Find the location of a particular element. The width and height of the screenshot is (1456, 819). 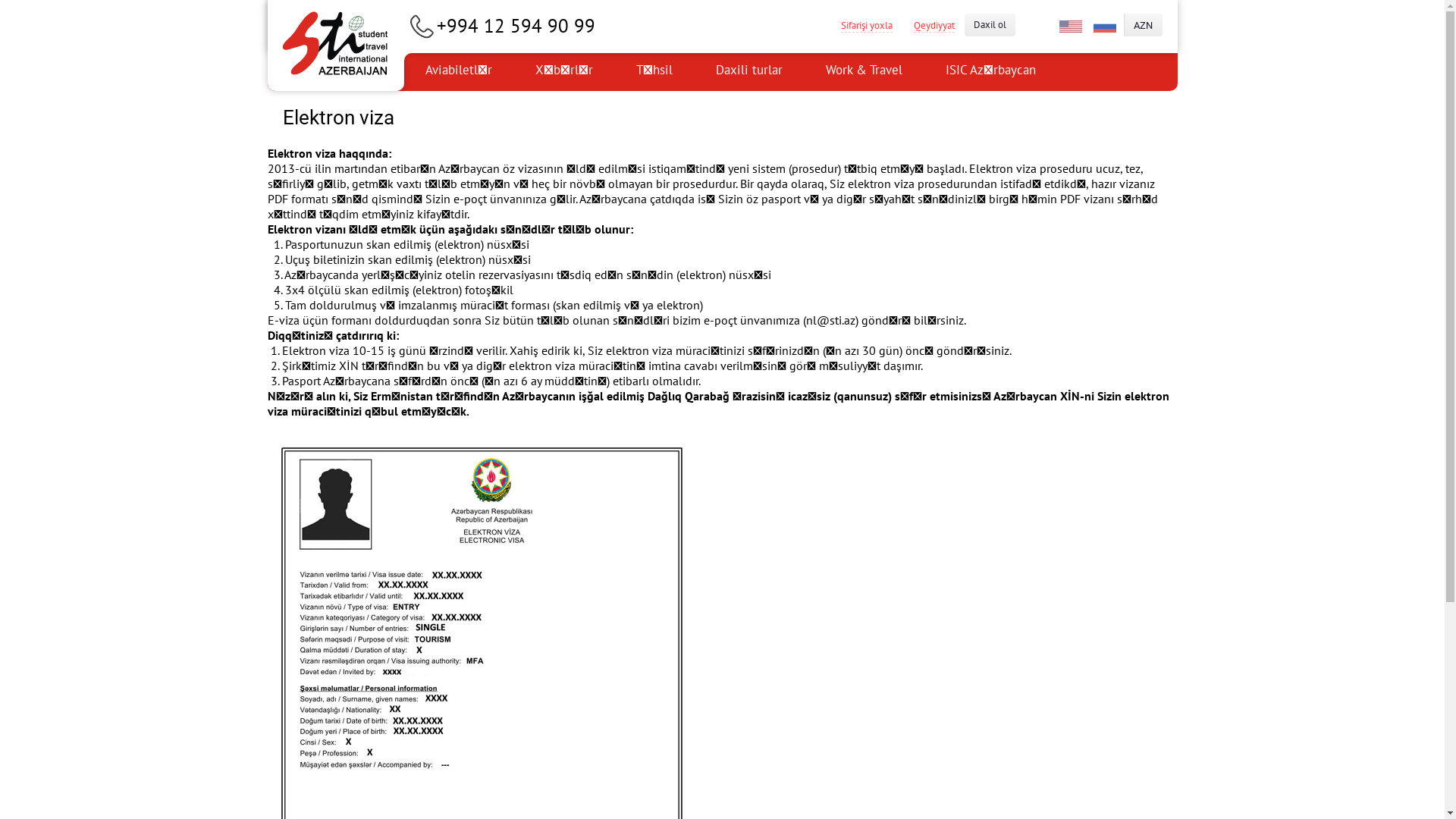

'Work & Travel' is located at coordinates (804, 72).